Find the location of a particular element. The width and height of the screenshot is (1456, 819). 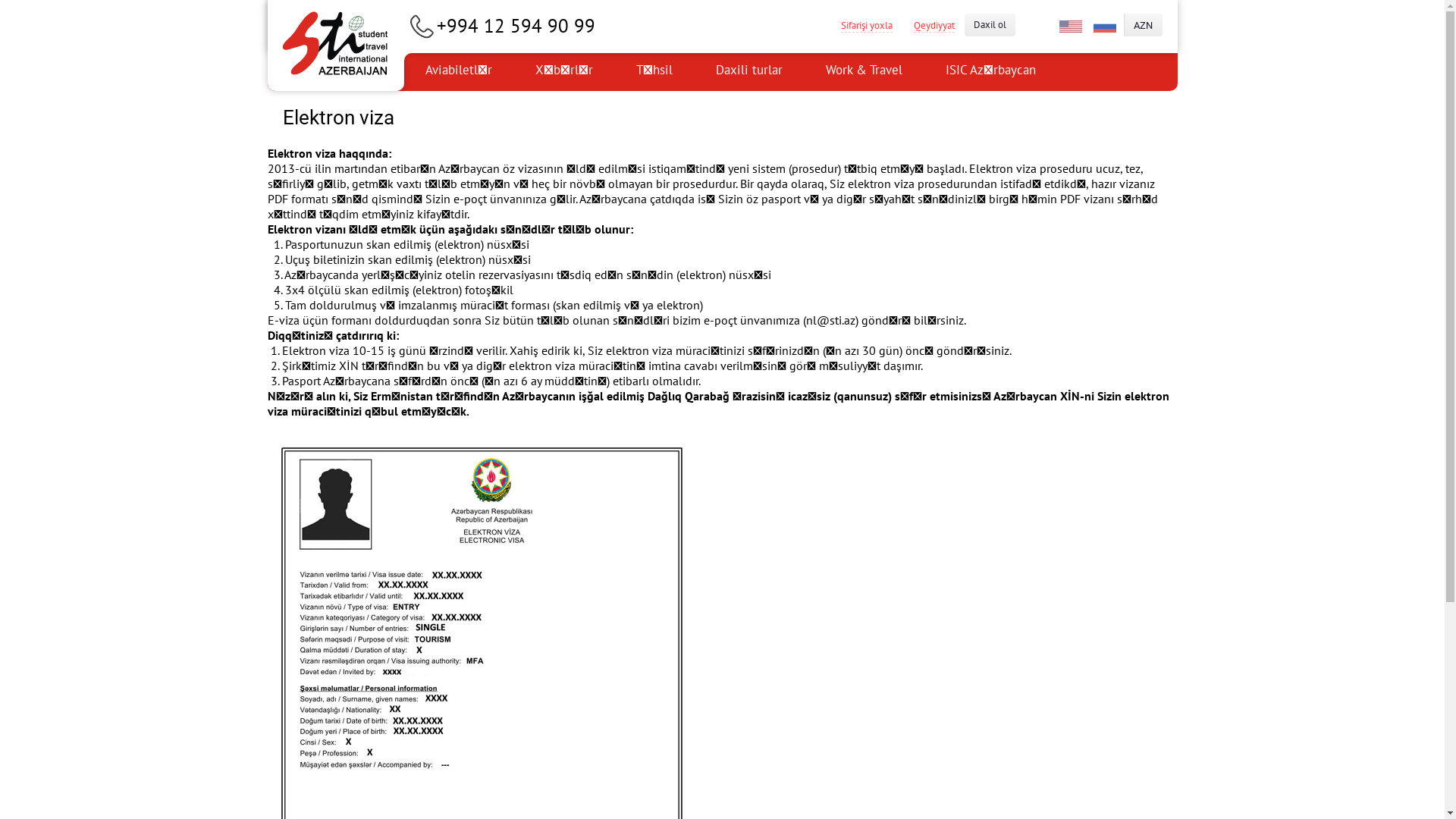

'Work & Travel' is located at coordinates (804, 72).